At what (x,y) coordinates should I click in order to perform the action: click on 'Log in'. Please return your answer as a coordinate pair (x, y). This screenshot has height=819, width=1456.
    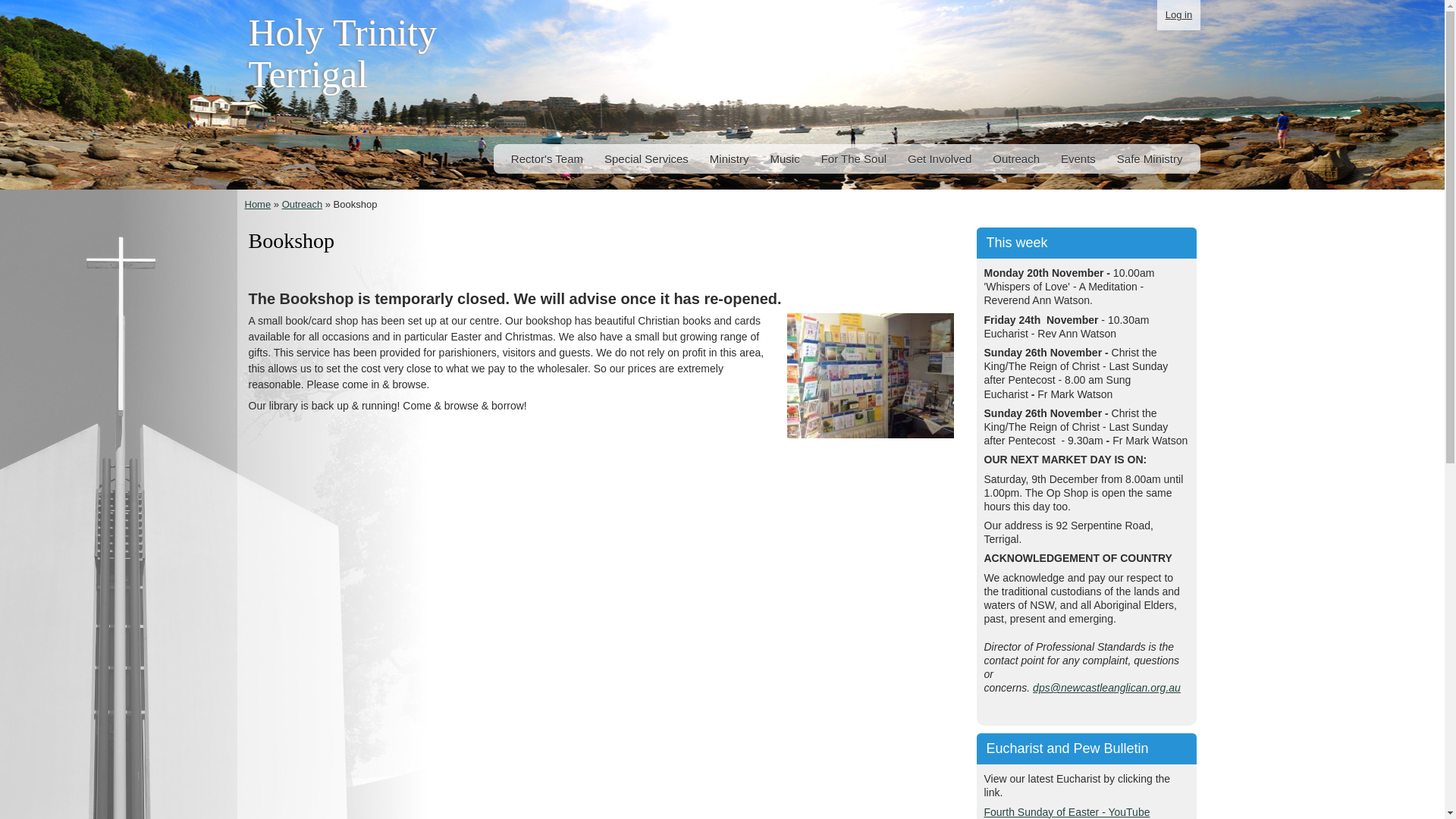
    Looking at the image, I should click on (1156, 14).